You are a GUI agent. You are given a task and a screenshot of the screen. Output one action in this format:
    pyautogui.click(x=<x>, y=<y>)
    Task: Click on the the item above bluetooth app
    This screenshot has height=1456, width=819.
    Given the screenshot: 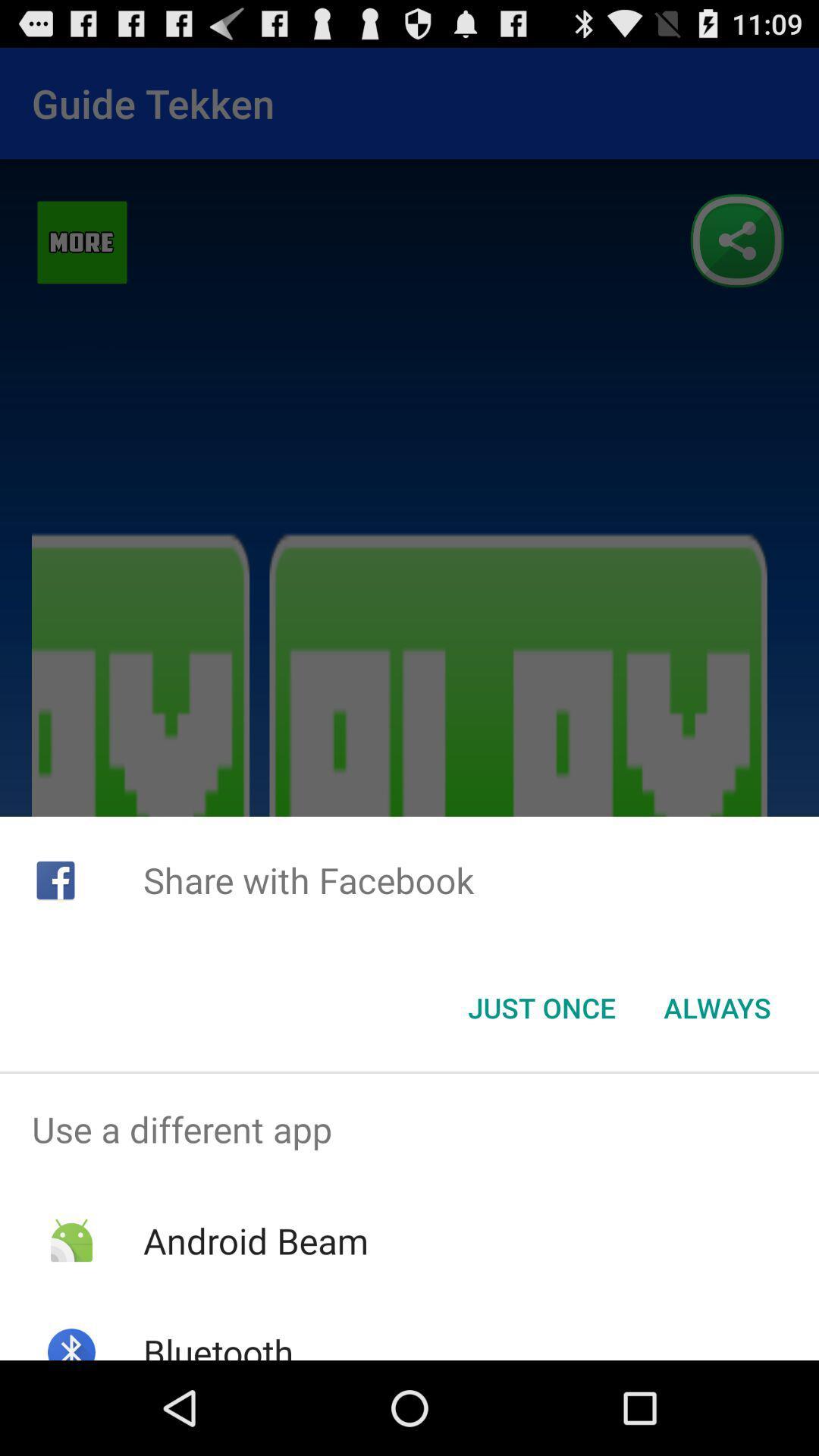 What is the action you would take?
    pyautogui.click(x=255, y=1241)
    